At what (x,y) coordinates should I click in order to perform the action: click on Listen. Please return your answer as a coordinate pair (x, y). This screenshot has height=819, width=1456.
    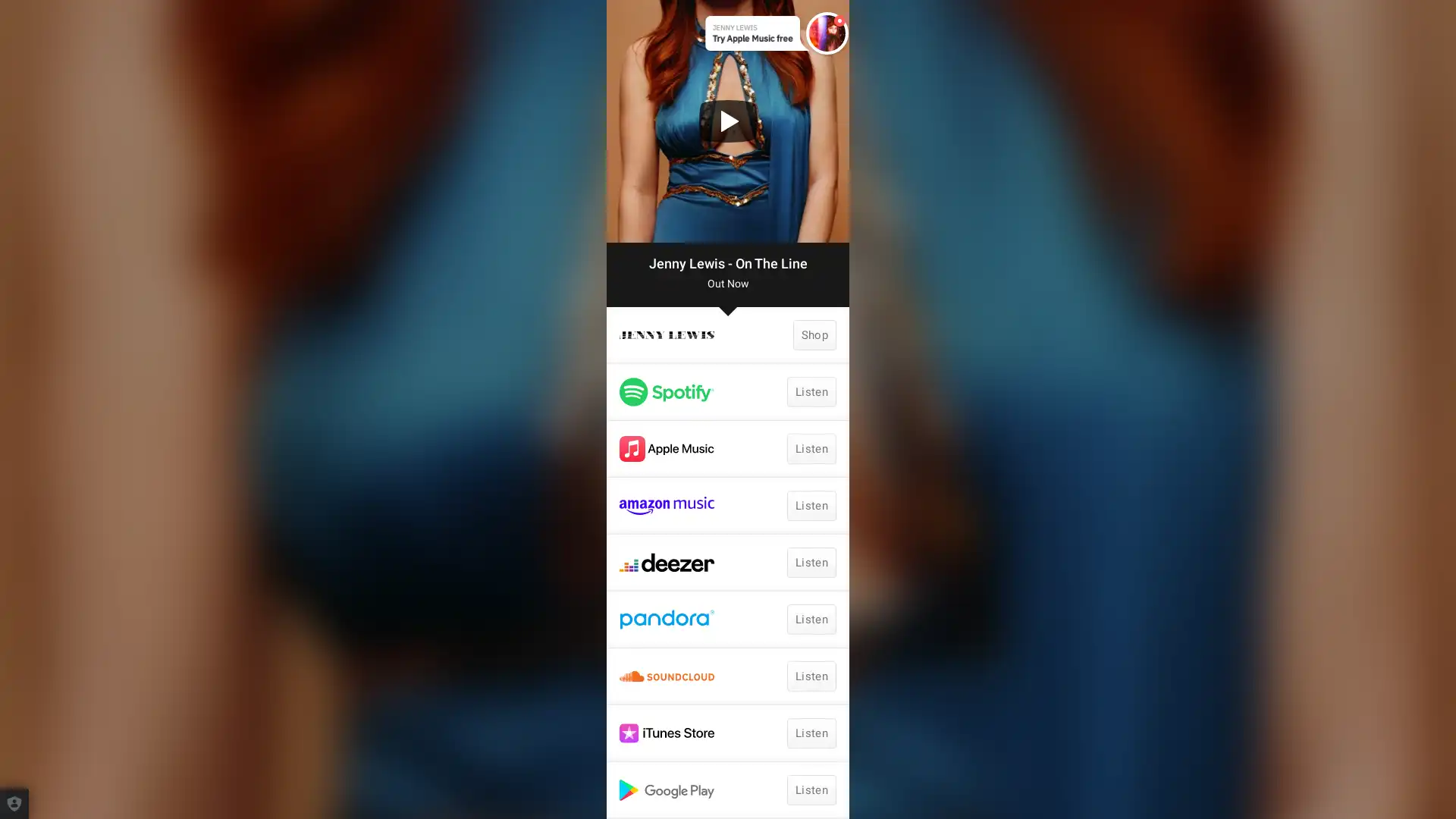
    Looking at the image, I should click on (811, 447).